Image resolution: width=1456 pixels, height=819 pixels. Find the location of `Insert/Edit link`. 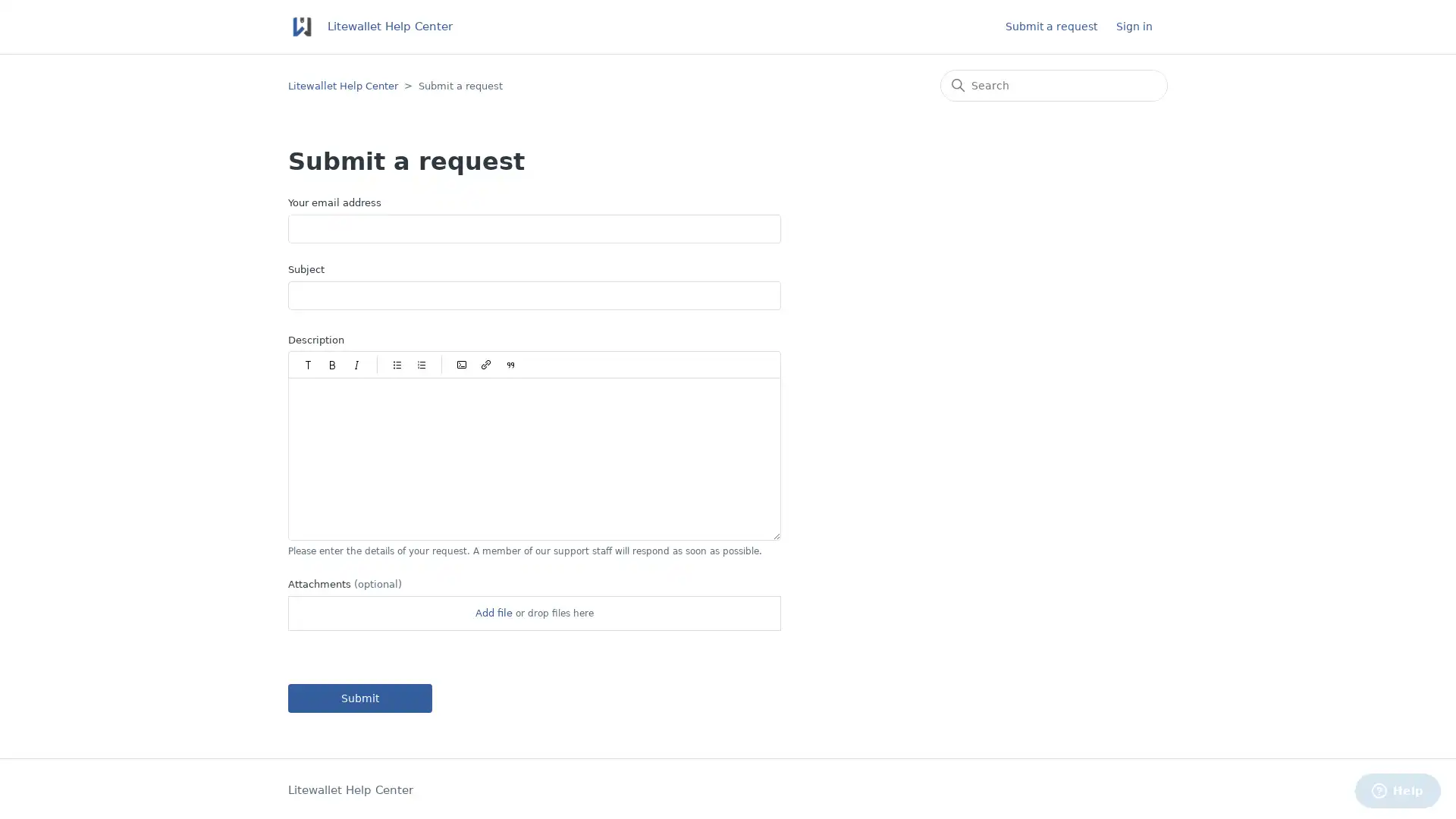

Insert/Edit link is located at coordinates (486, 365).